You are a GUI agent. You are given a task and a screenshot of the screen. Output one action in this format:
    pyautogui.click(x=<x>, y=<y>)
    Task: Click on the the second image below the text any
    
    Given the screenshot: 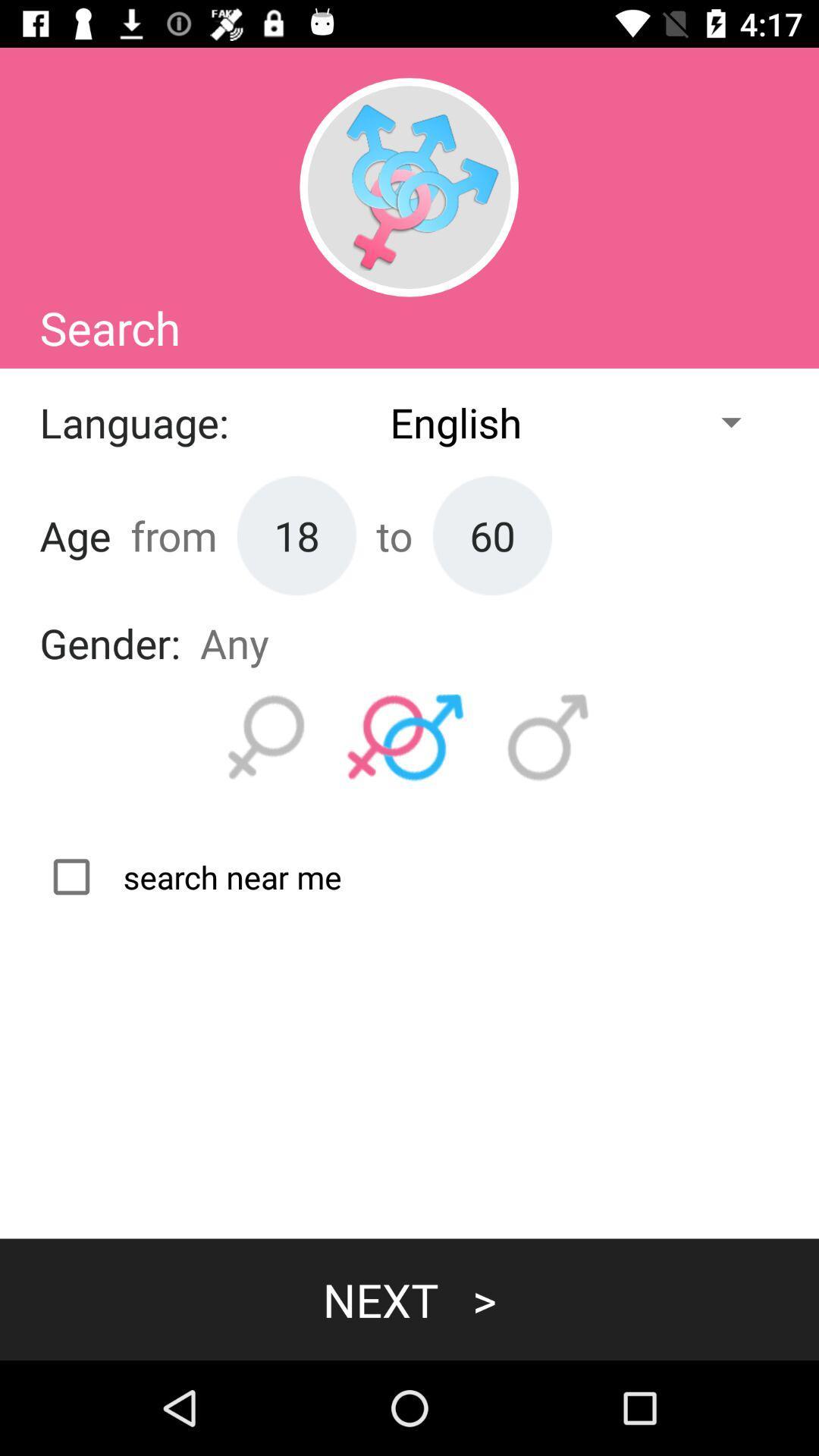 What is the action you would take?
    pyautogui.click(x=405, y=738)
    